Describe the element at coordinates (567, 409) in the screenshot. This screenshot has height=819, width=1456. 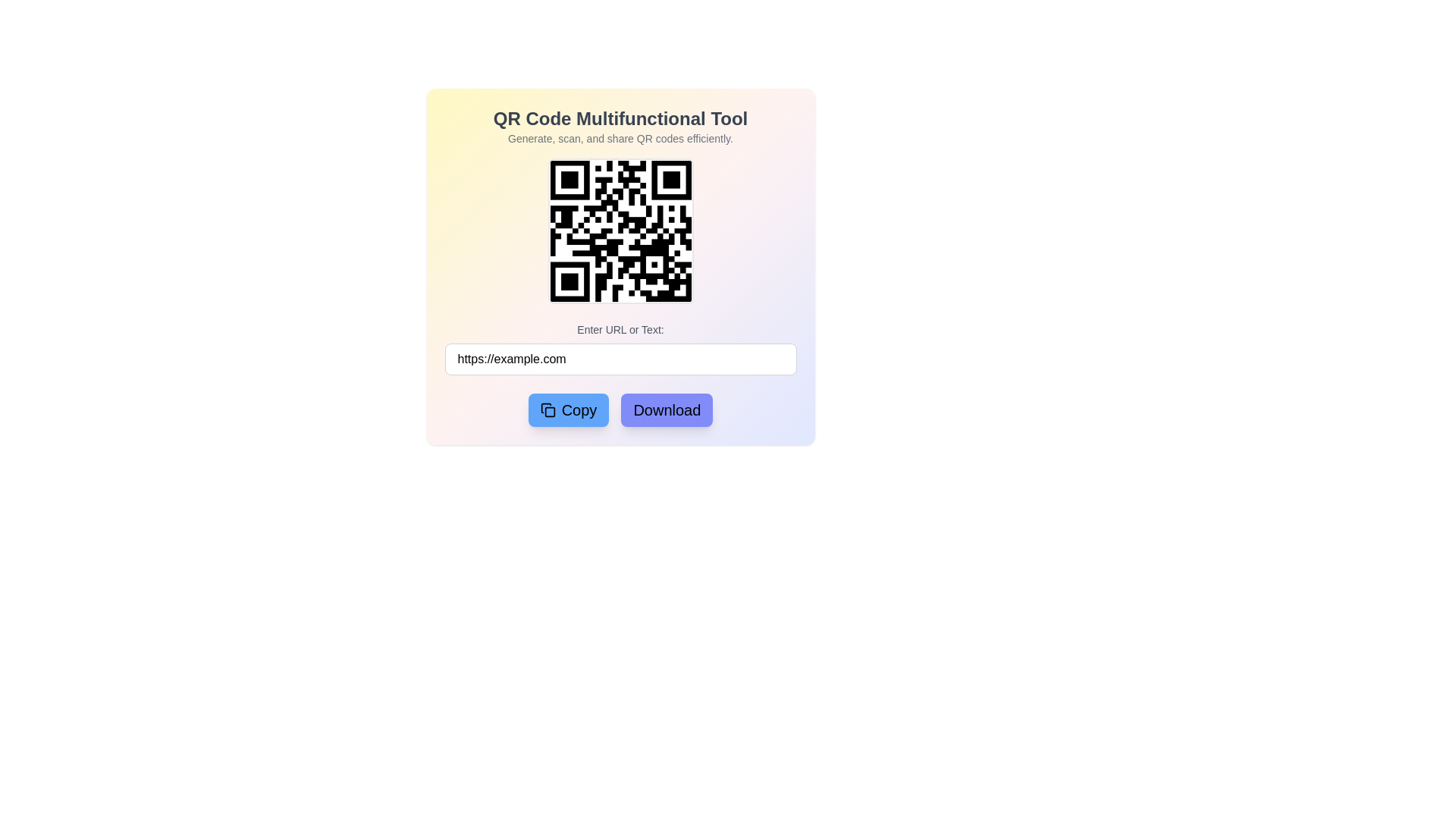
I see `the 'Copy' button, which is a rectangular button with rounded corners, filled with a blue gradient, featuring an icon of overlapping sheets of paper and the word 'Copy' in bold text` at that location.